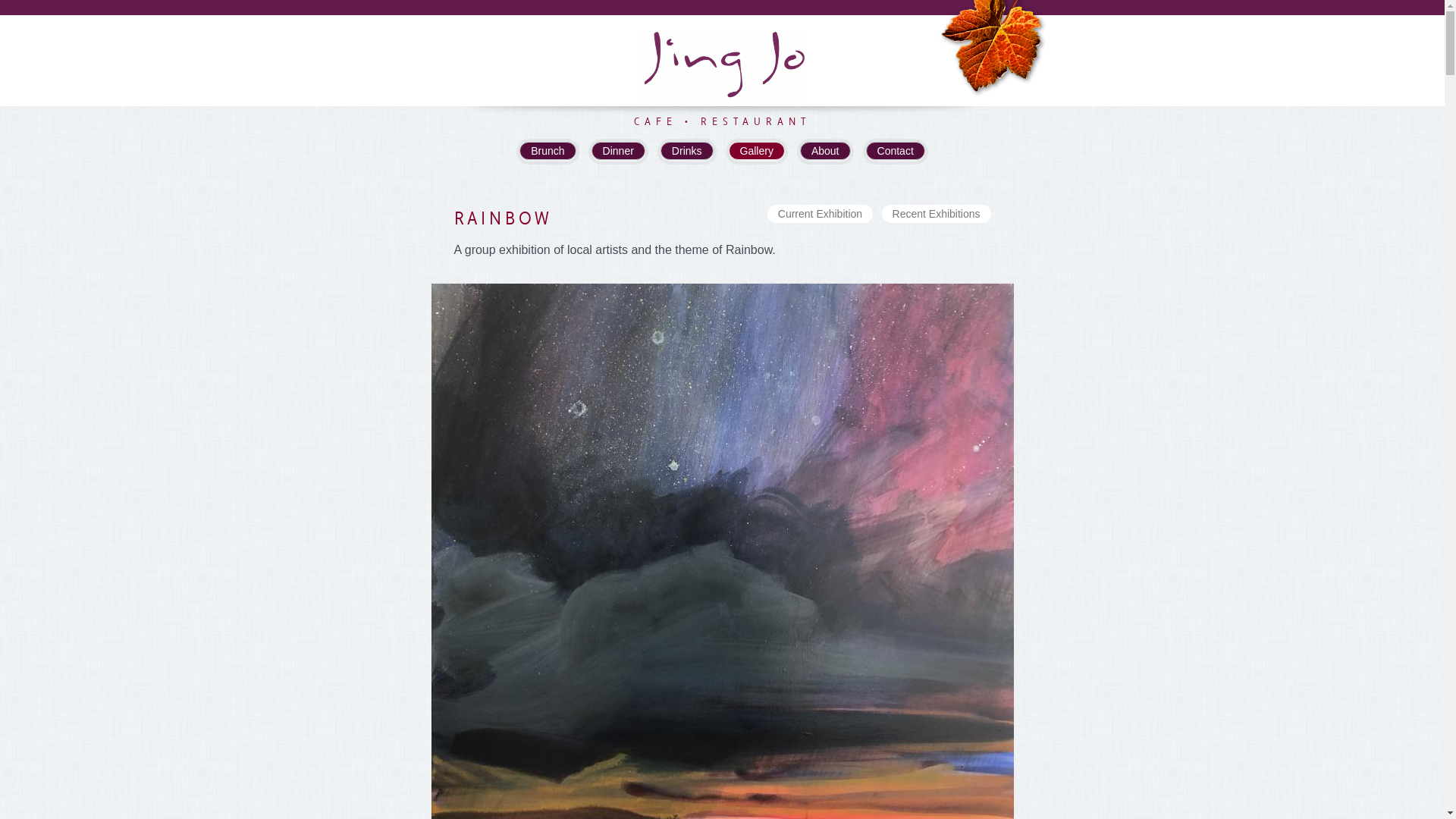 Image resolution: width=1456 pixels, height=819 pixels. What do you see at coordinates (895, 151) in the screenshot?
I see `'Contact'` at bounding box center [895, 151].